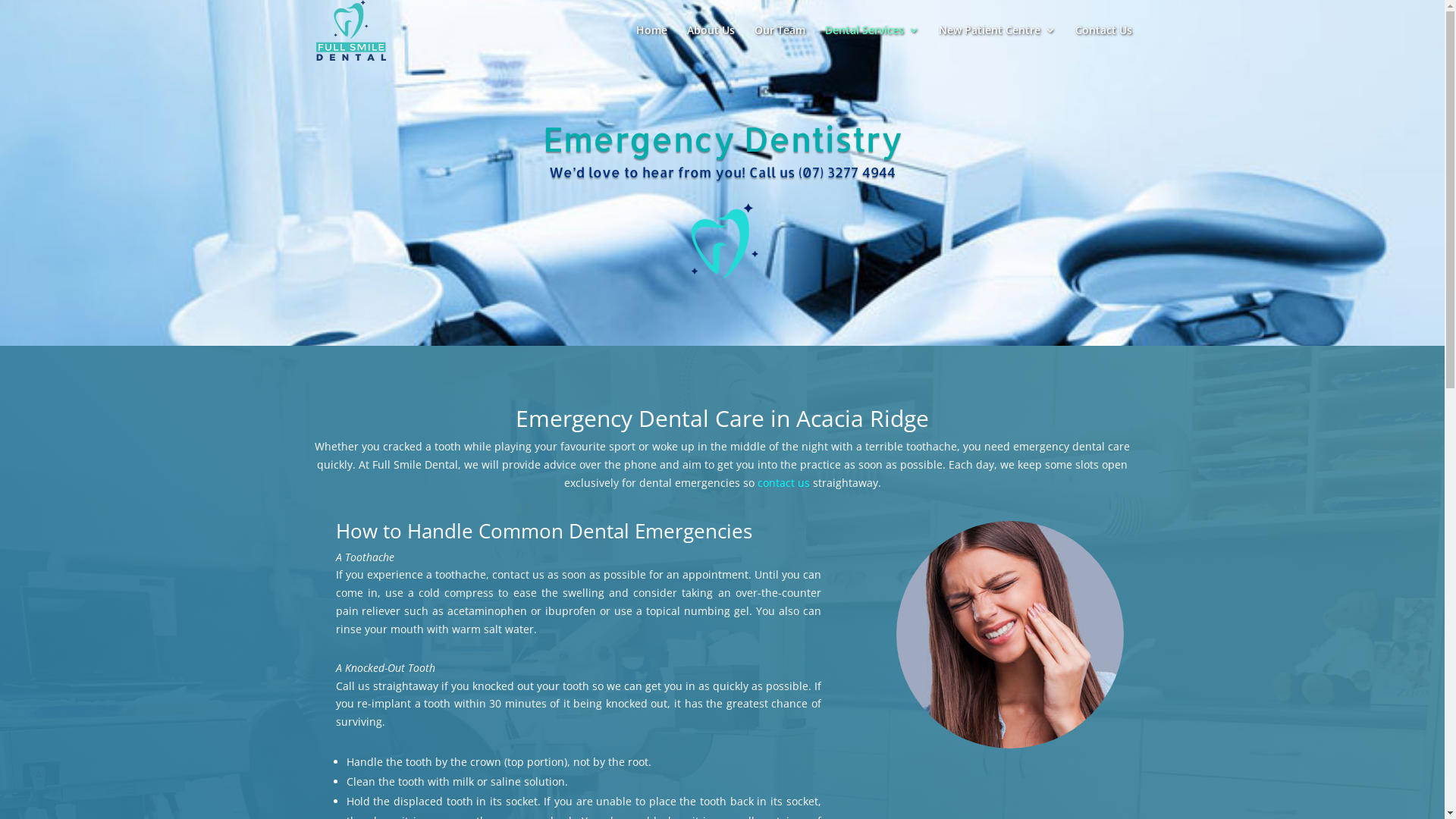 Image resolution: width=1456 pixels, height=819 pixels. What do you see at coordinates (710, 42) in the screenshot?
I see `'About Us'` at bounding box center [710, 42].